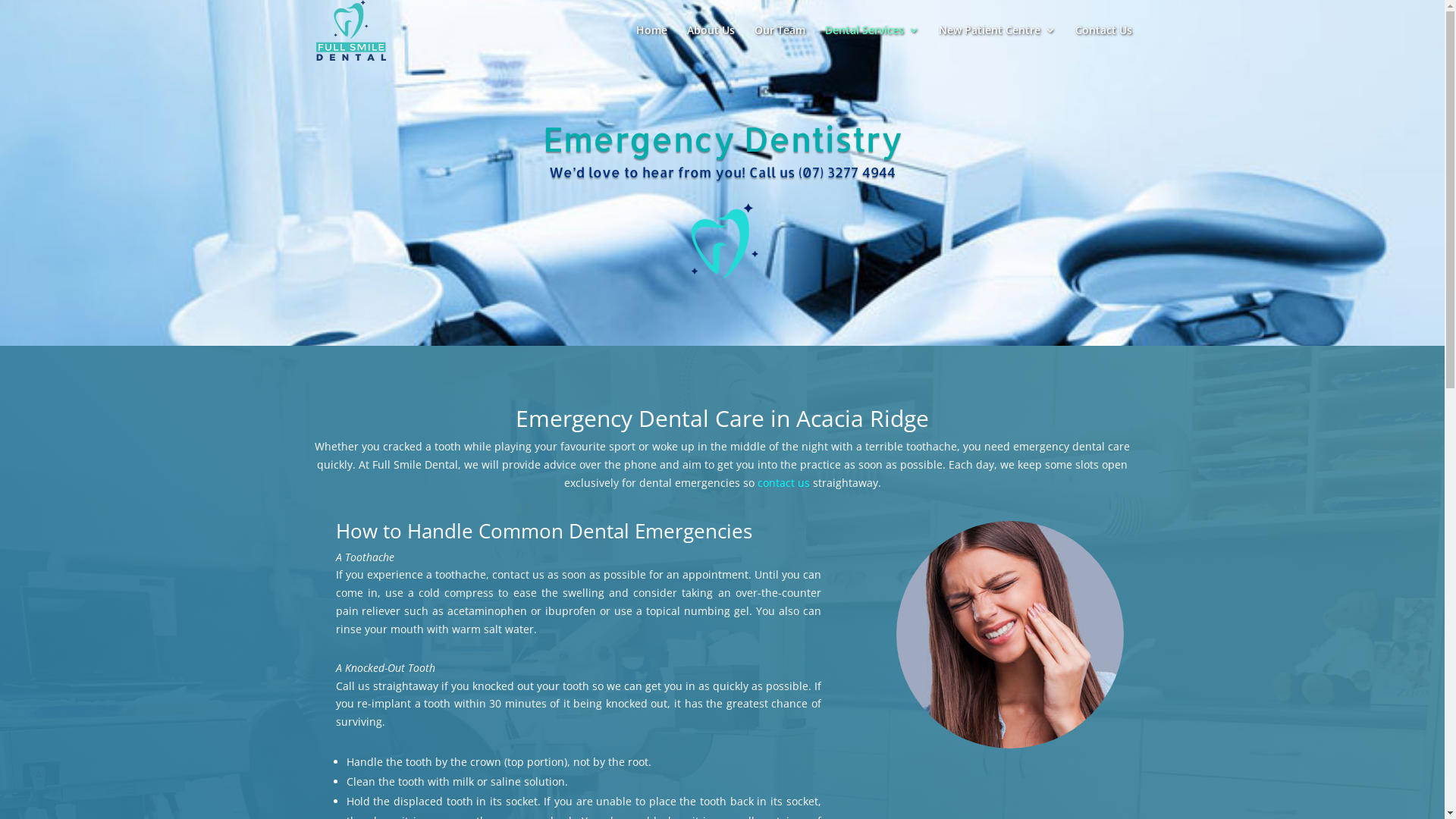 Image resolution: width=1456 pixels, height=819 pixels. What do you see at coordinates (710, 42) in the screenshot?
I see `'About Us'` at bounding box center [710, 42].